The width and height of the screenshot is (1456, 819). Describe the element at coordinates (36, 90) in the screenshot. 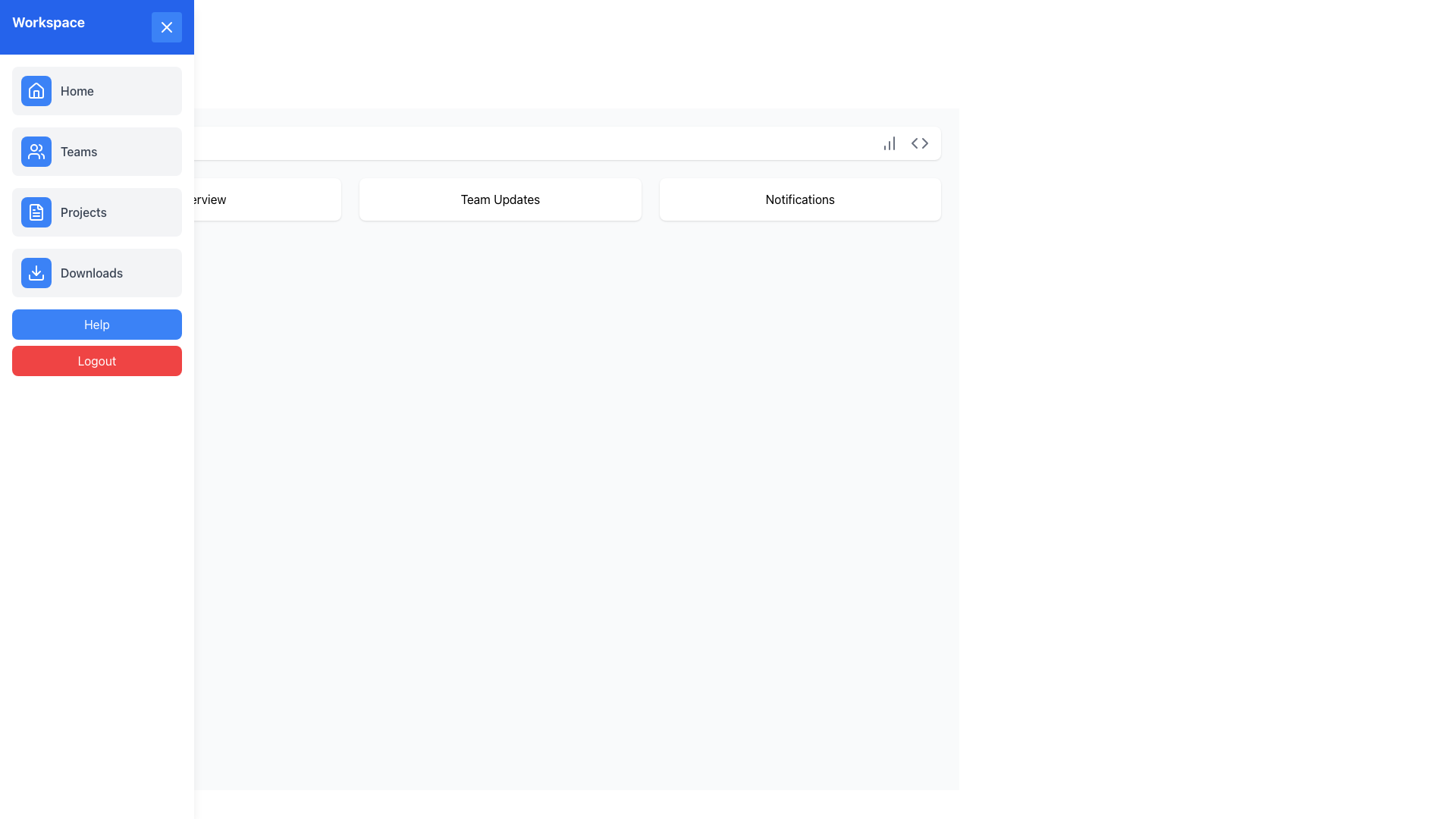

I see `the first button in the left navigation panel` at that location.